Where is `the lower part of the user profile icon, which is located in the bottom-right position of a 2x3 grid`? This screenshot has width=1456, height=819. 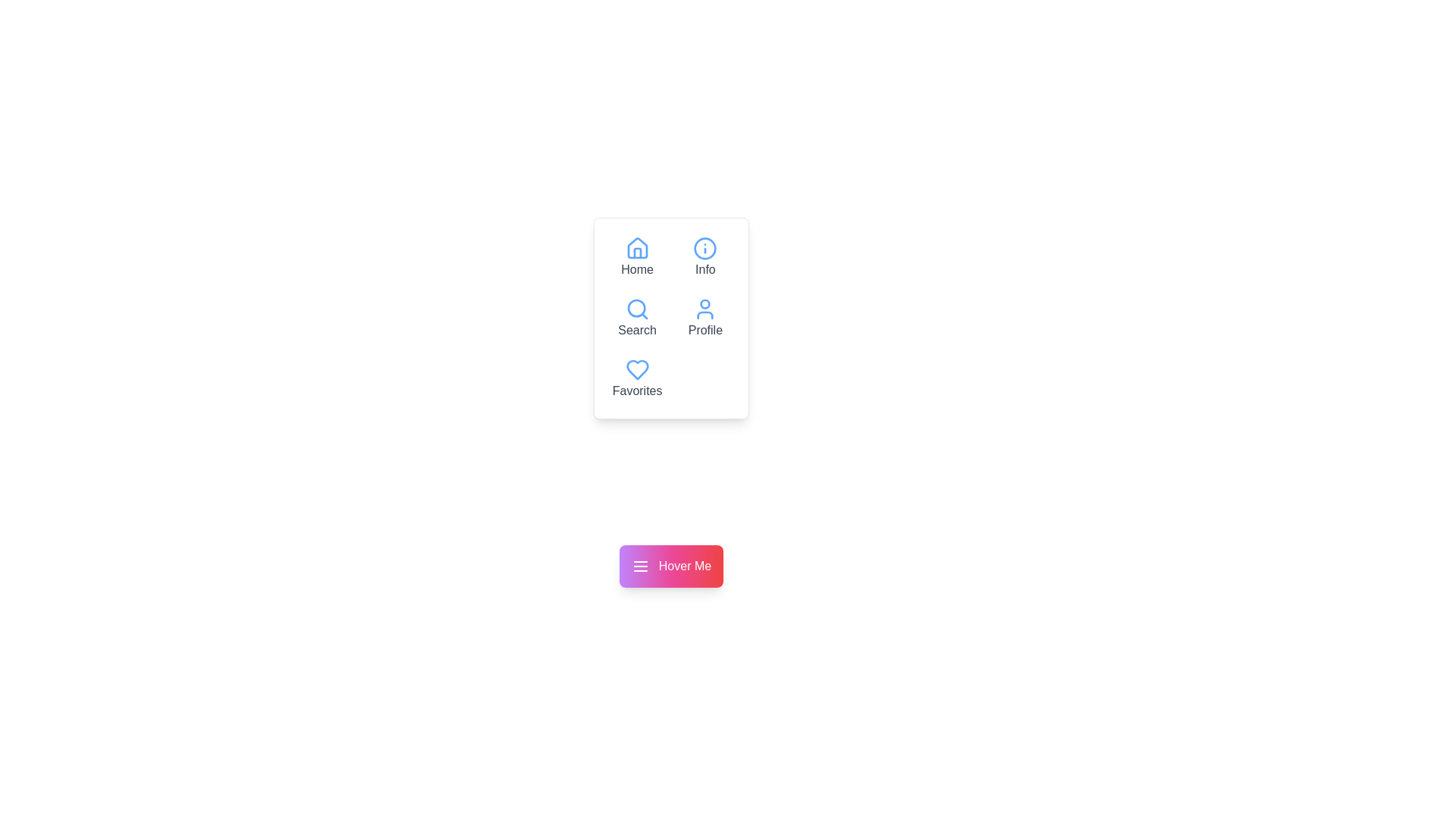 the lower part of the user profile icon, which is located in the bottom-right position of a 2x3 grid is located at coordinates (704, 315).